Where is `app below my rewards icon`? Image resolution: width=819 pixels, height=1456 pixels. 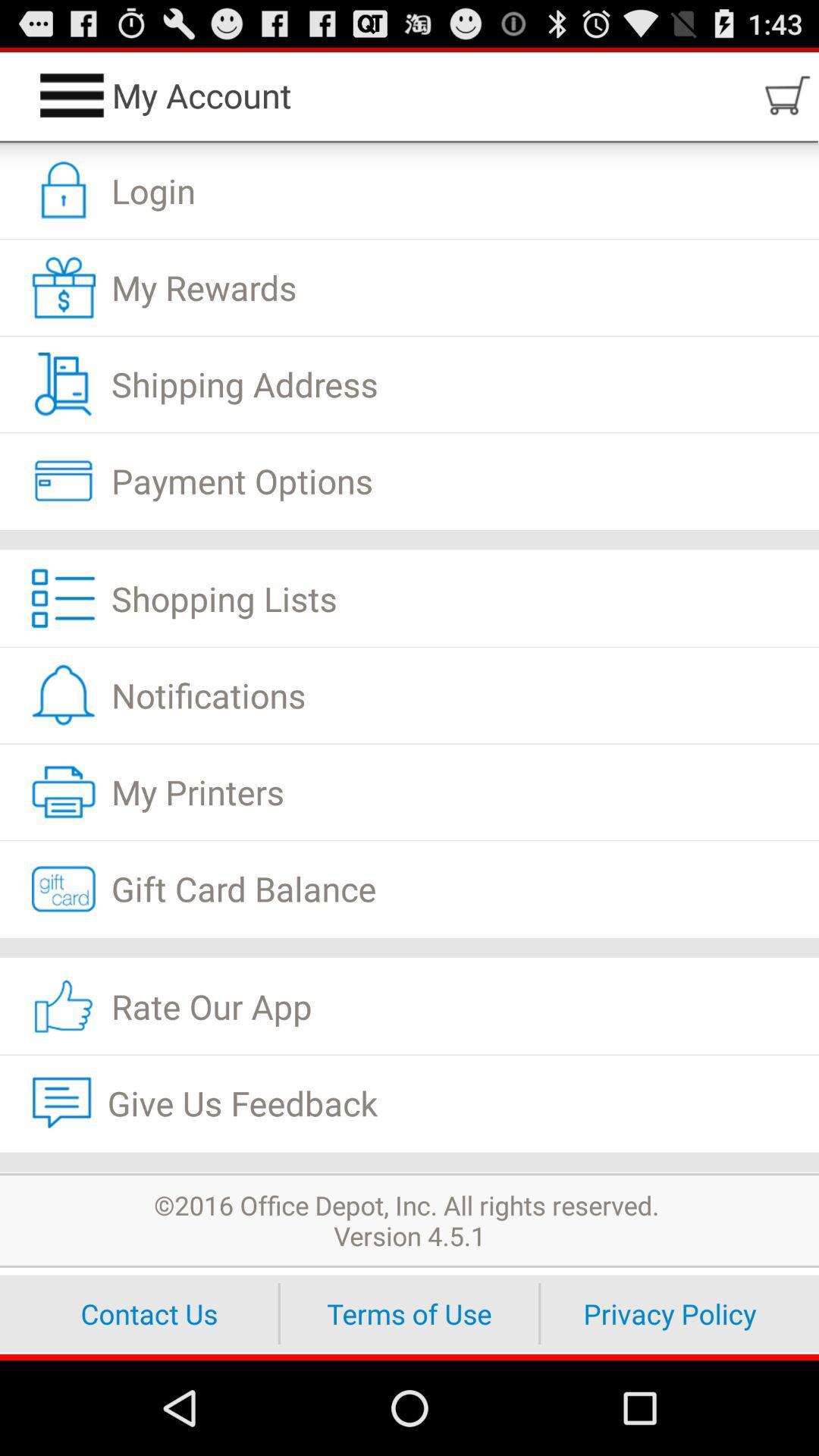
app below my rewards icon is located at coordinates (409, 384).